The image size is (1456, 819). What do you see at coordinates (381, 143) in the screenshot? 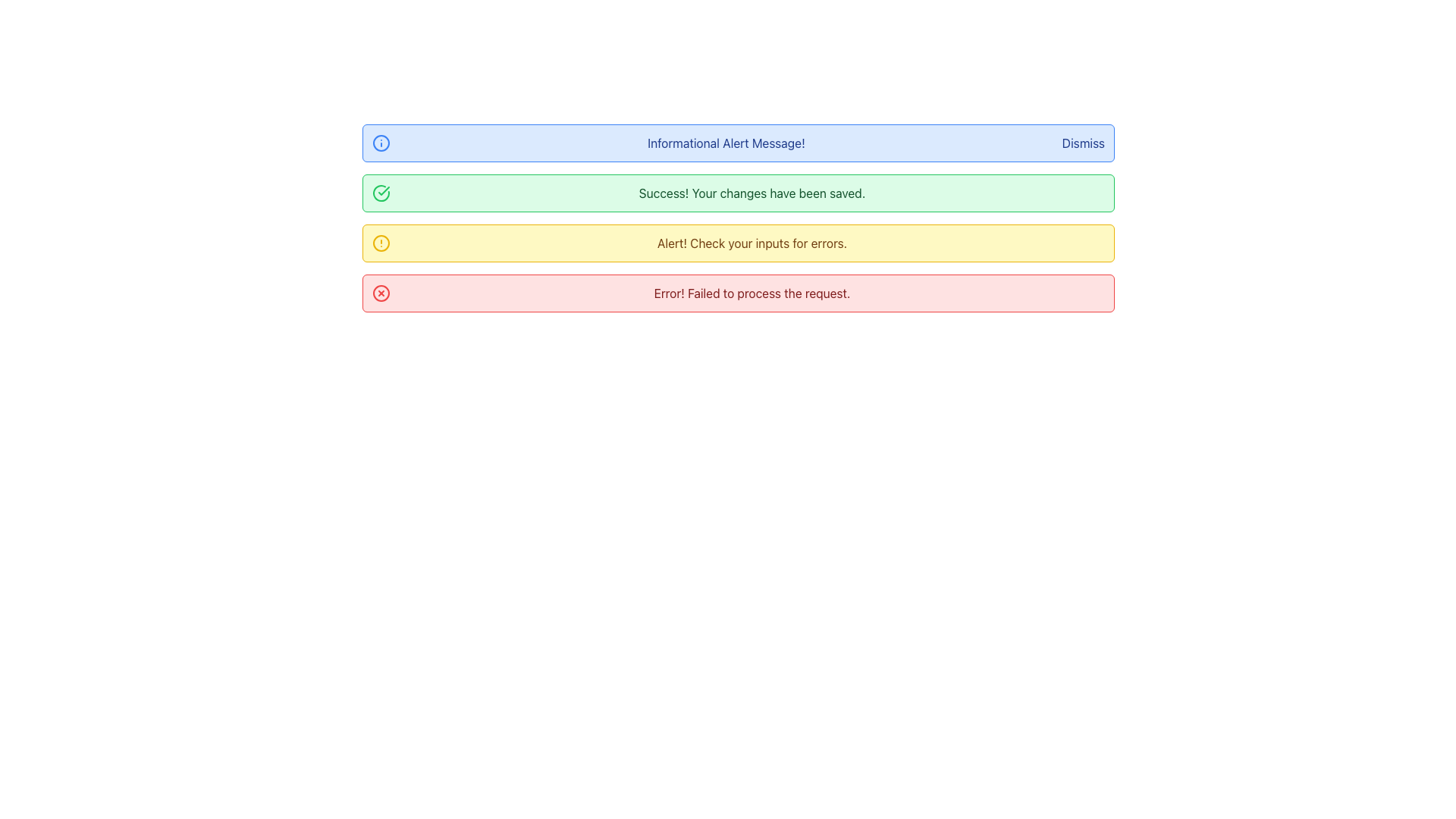
I see `the Decorative Circle, which is centrally located within the blue 'info' icon on the left side of the alert message banner` at bounding box center [381, 143].